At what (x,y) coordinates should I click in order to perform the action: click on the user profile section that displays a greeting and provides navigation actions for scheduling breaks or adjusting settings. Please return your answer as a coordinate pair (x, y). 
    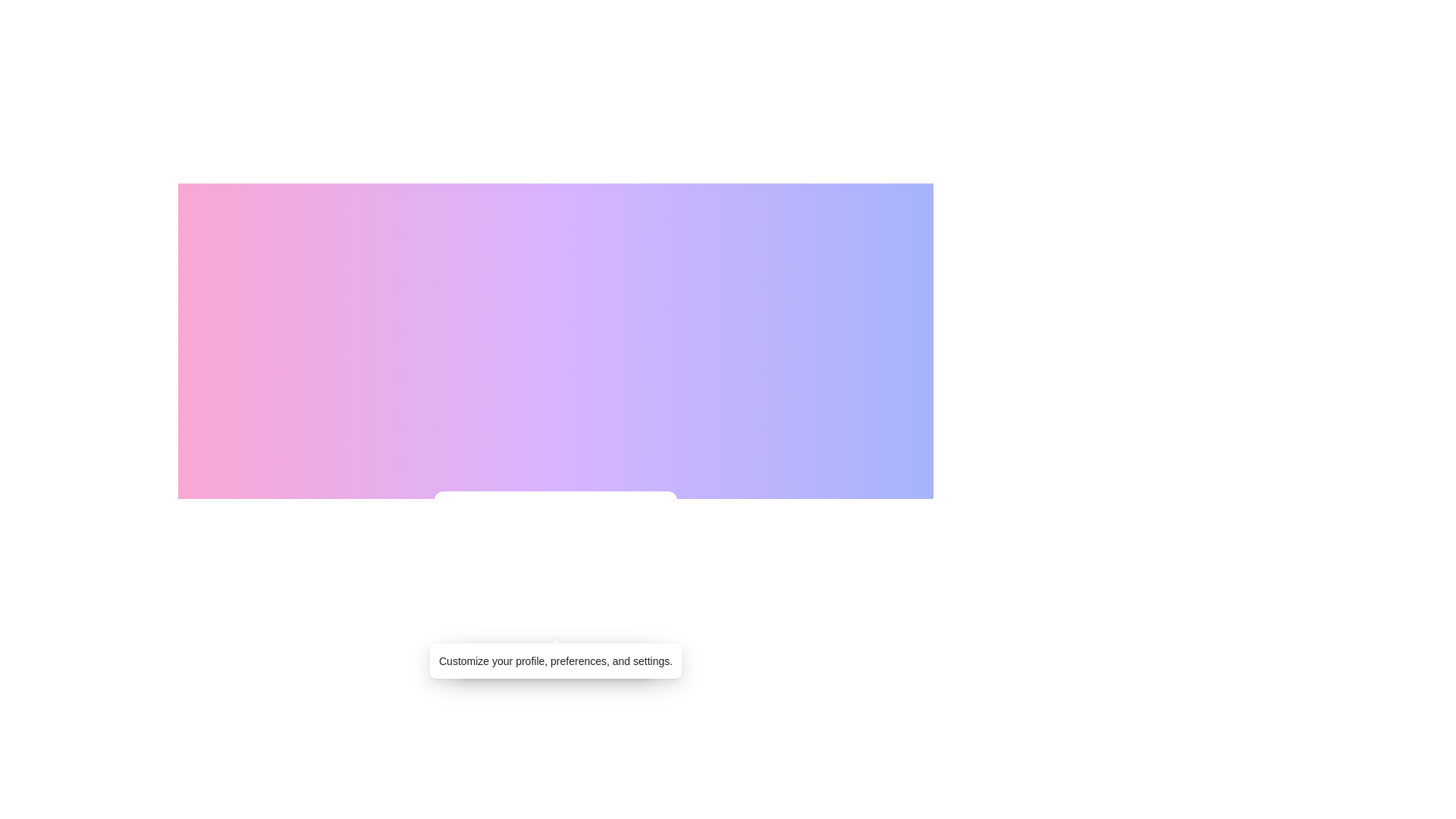
    Looking at the image, I should click on (555, 592).